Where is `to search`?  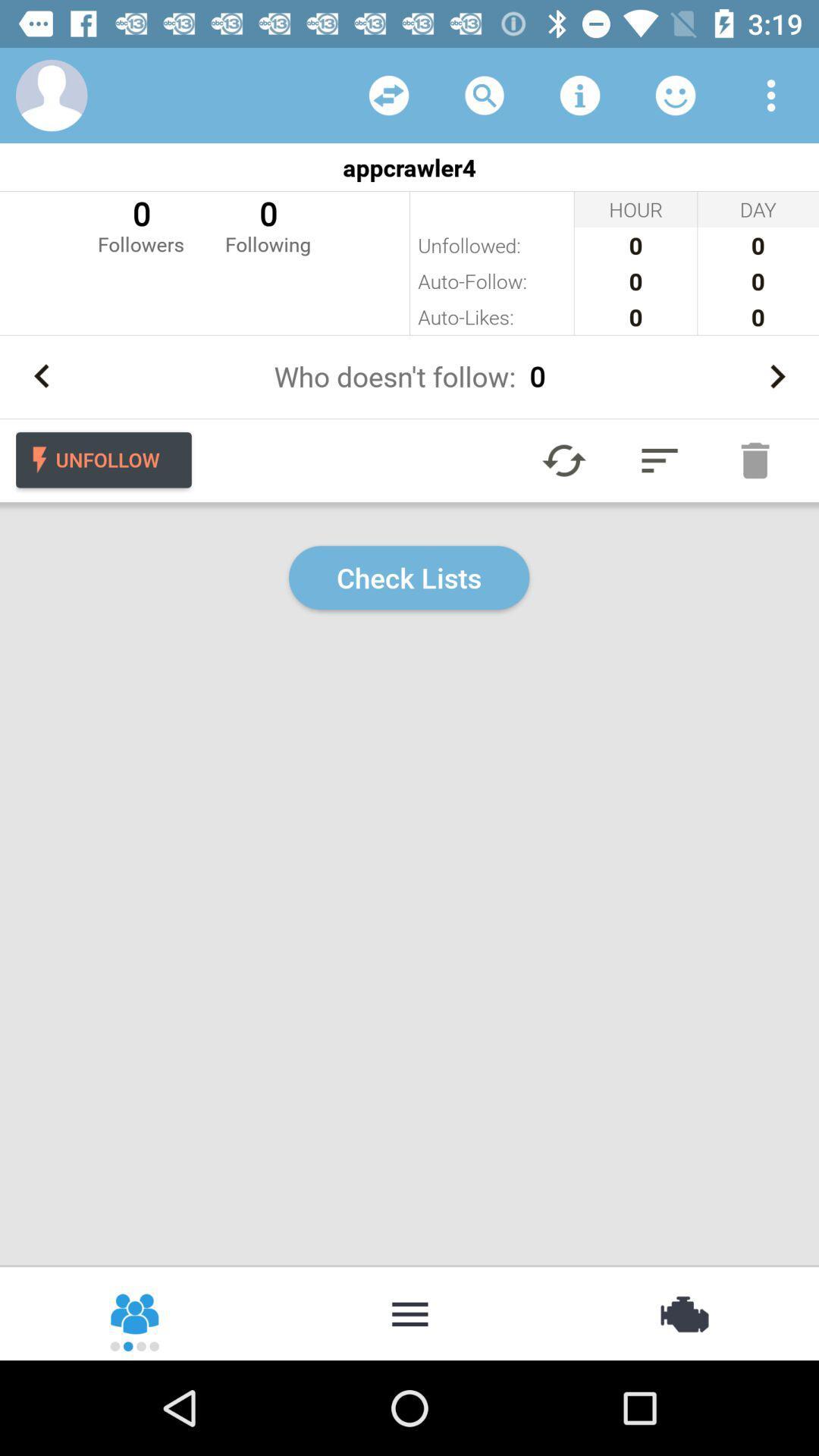 to search is located at coordinates (485, 94).